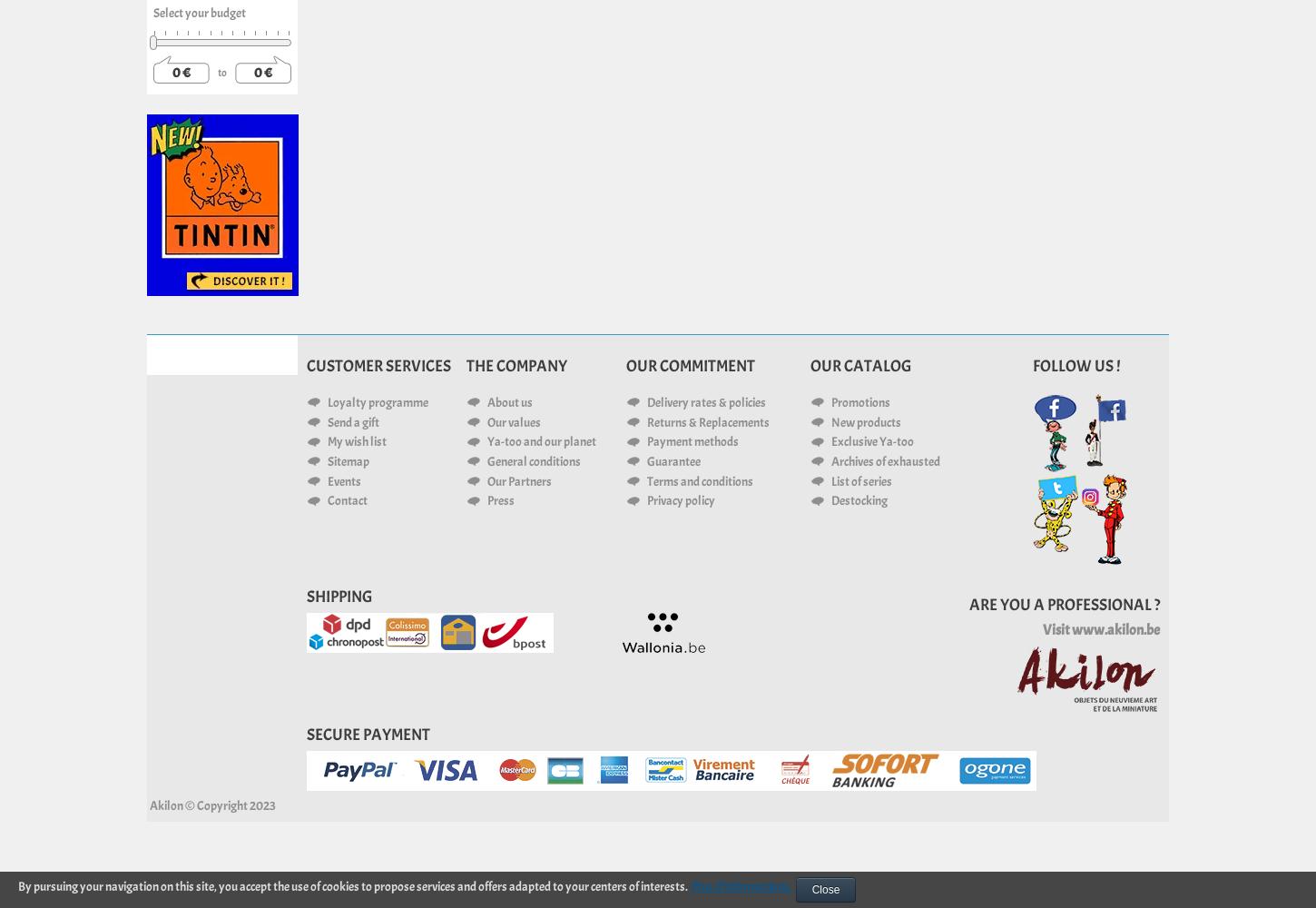 The height and width of the screenshot is (908, 1316). Describe the element at coordinates (352, 420) in the screenshot. I see `'Send a gift'` at that location.